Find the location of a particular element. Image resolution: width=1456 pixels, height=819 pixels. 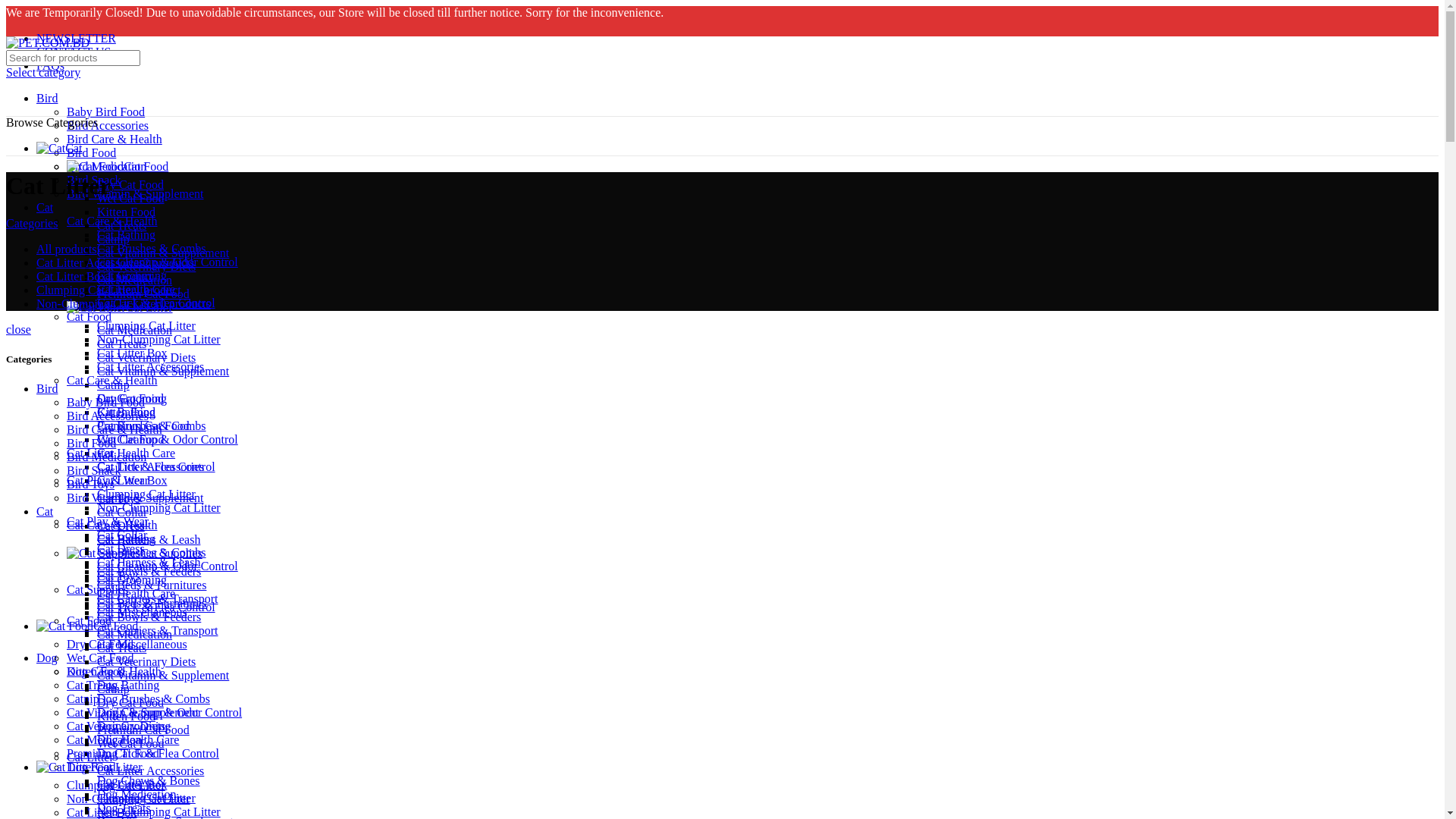

'Bird Toys' is located at coordinates (65, 484).